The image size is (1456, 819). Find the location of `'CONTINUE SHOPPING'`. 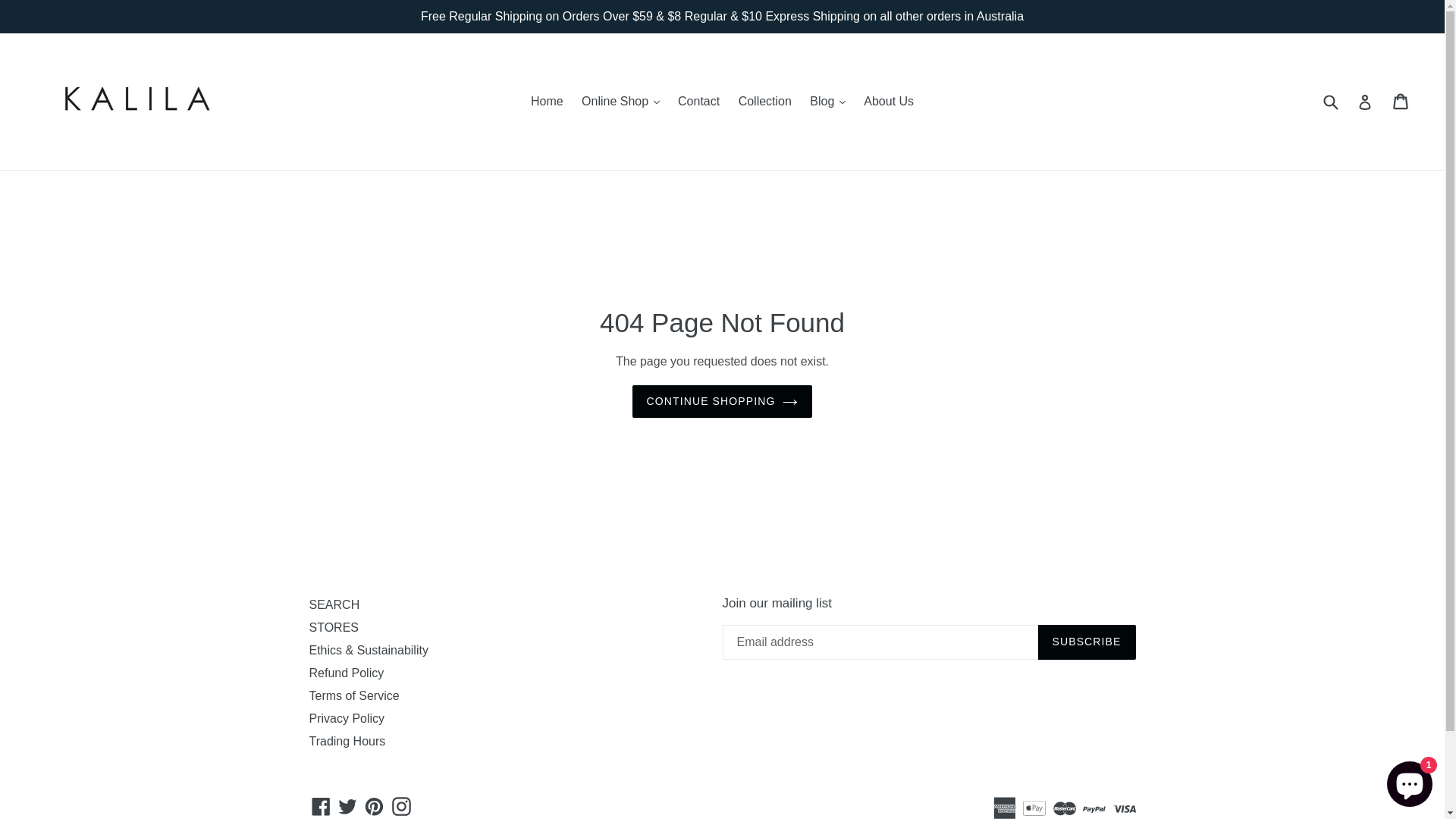

'CONTINUE SHOPPING' is located at coordinates (722, 400).